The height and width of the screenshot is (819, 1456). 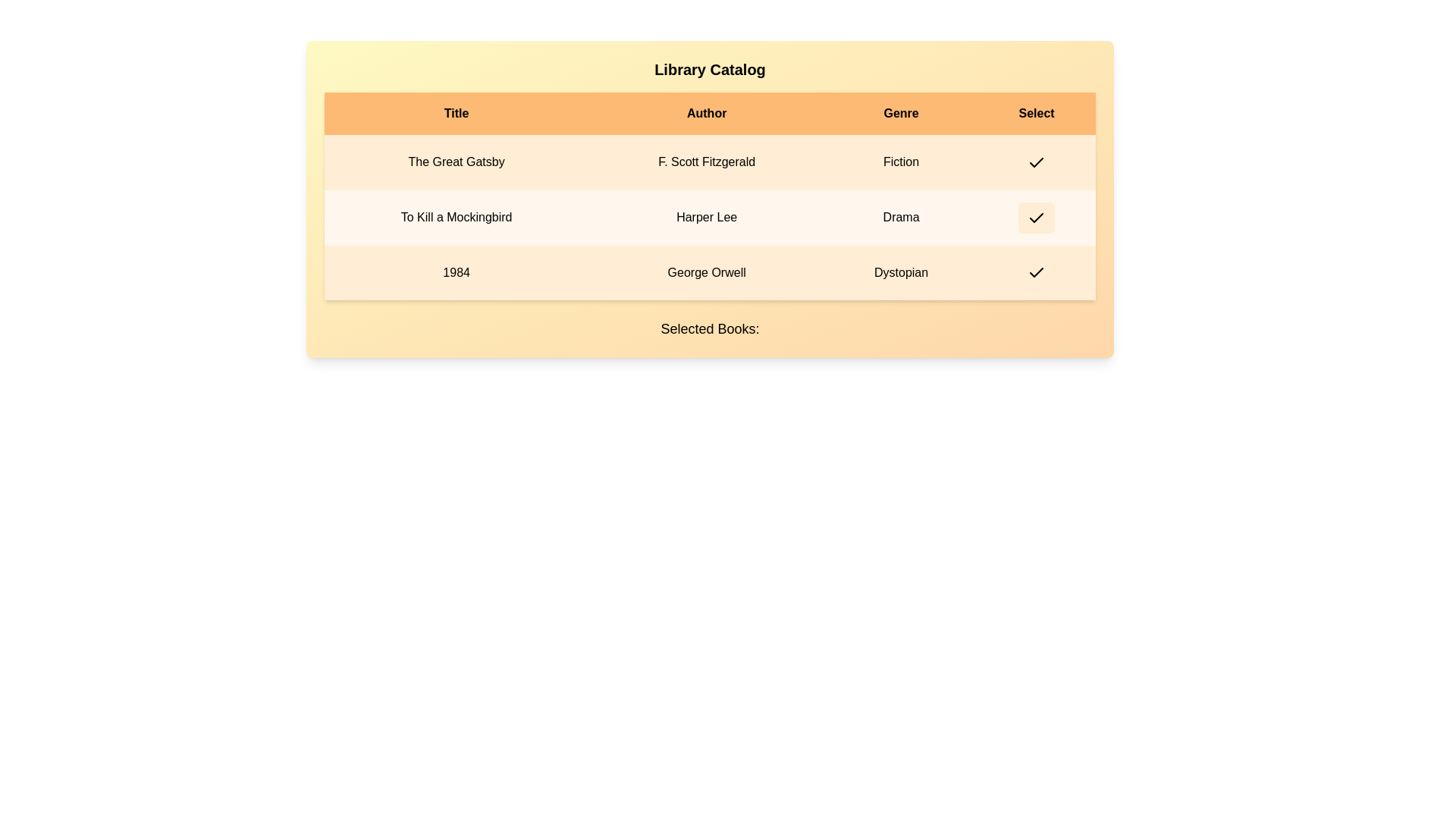 What do you see at coordinates (1036, 273) in the screenshot?
I see `the toggle icon in the 'Select' column for the book entry '1984'` at bounding box center [1036, 273].